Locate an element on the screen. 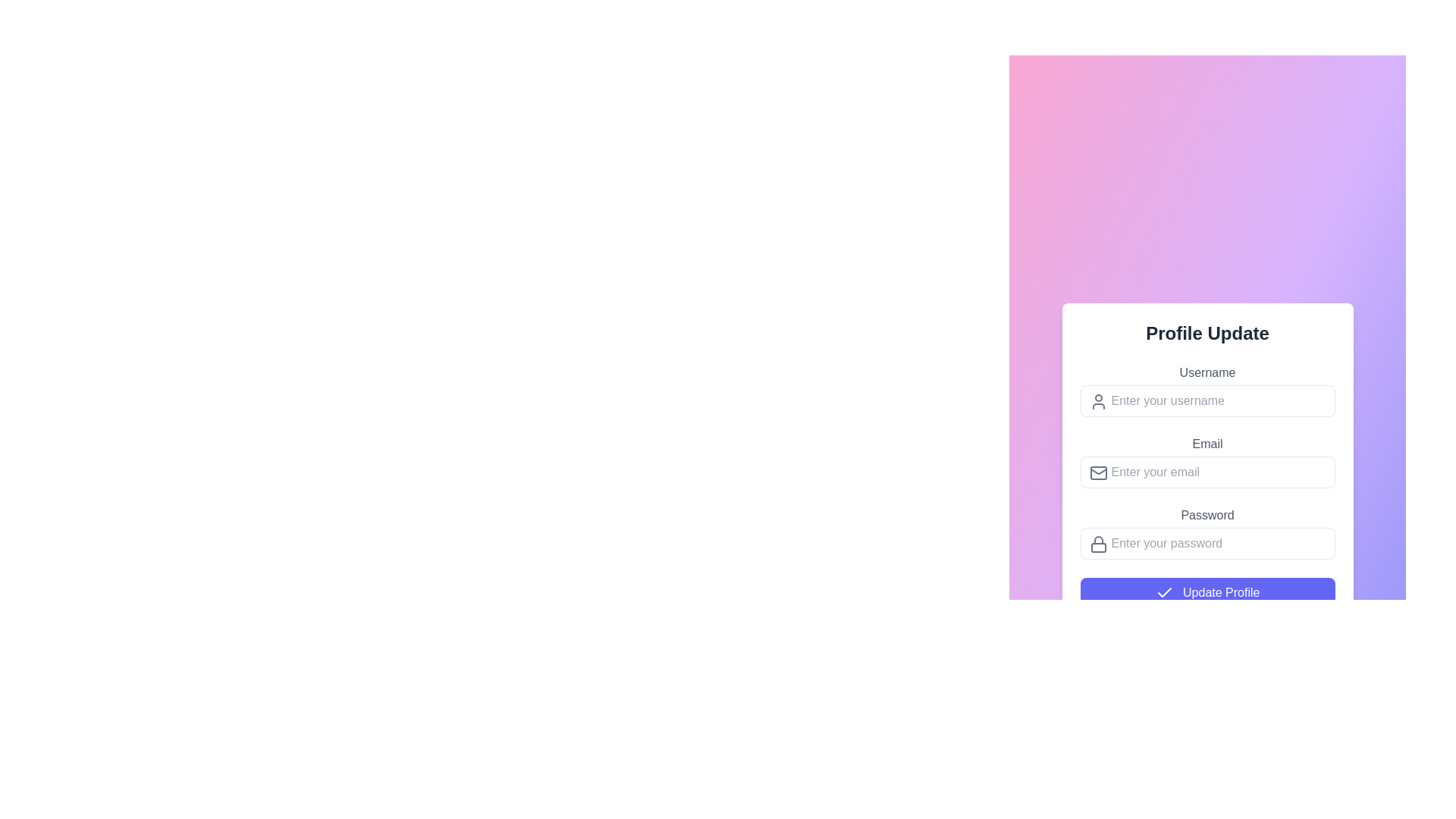  the 'Email' label, which is styled with a gray tone and positioned above the email input field in the form layout is located at coordinates (1207, 444).